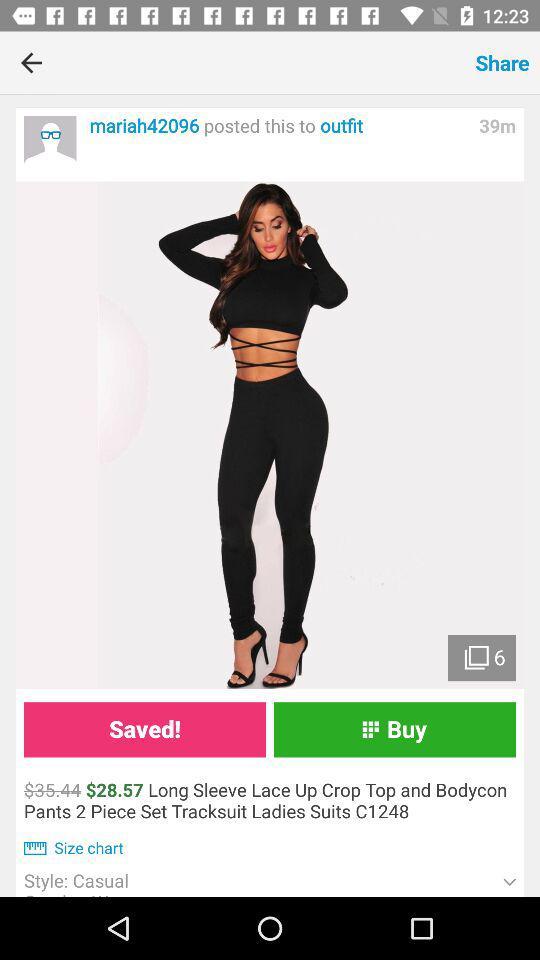 This screenshot has height=960, width=540. Describe the element at coordinates (278, 125) in the screenshot. I see `the item next to the 39m icon` at that location.